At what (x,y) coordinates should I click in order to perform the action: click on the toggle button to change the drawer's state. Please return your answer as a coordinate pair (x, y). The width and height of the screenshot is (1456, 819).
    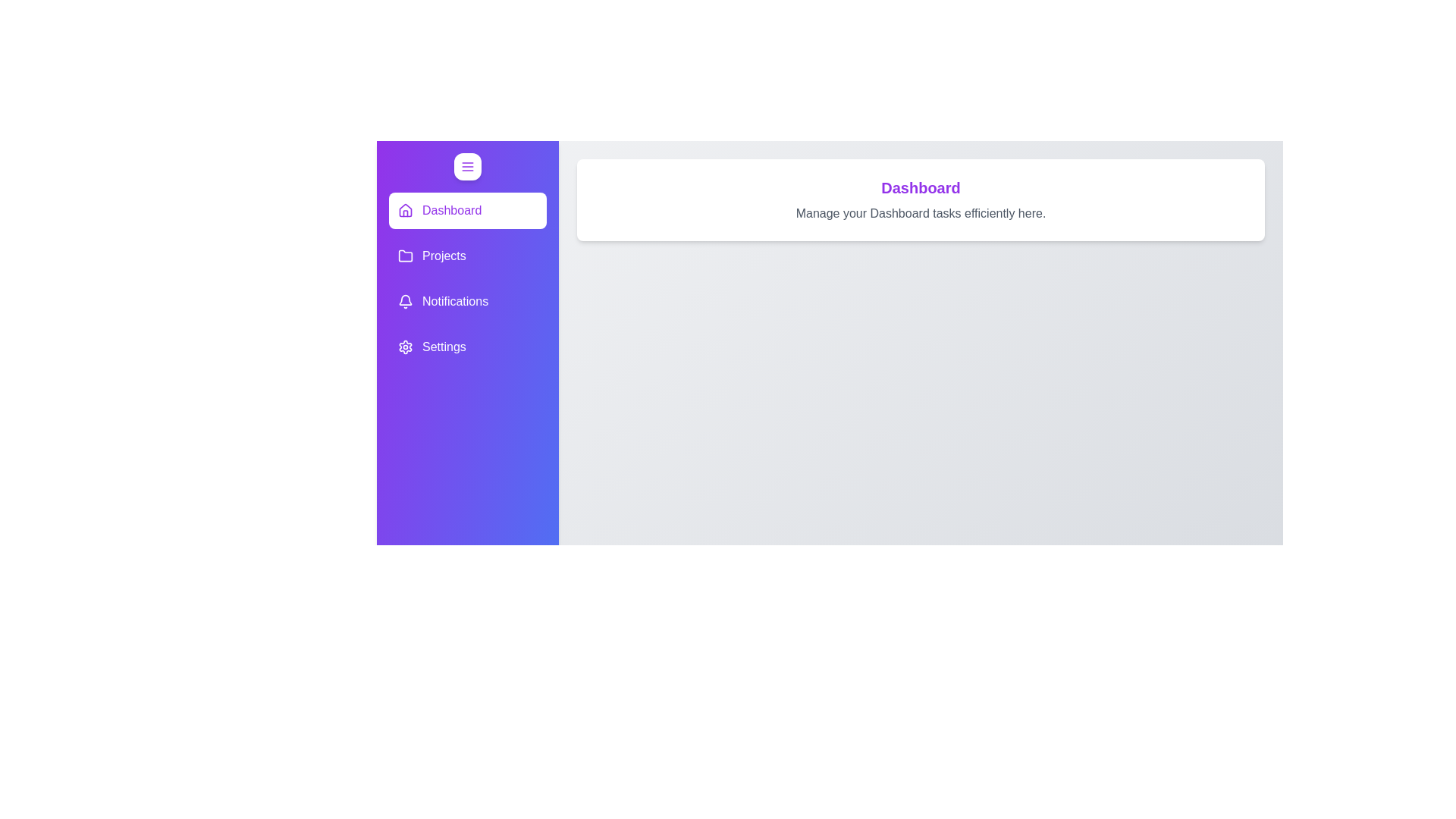
    Looking at the image, I should click on (467, 166).